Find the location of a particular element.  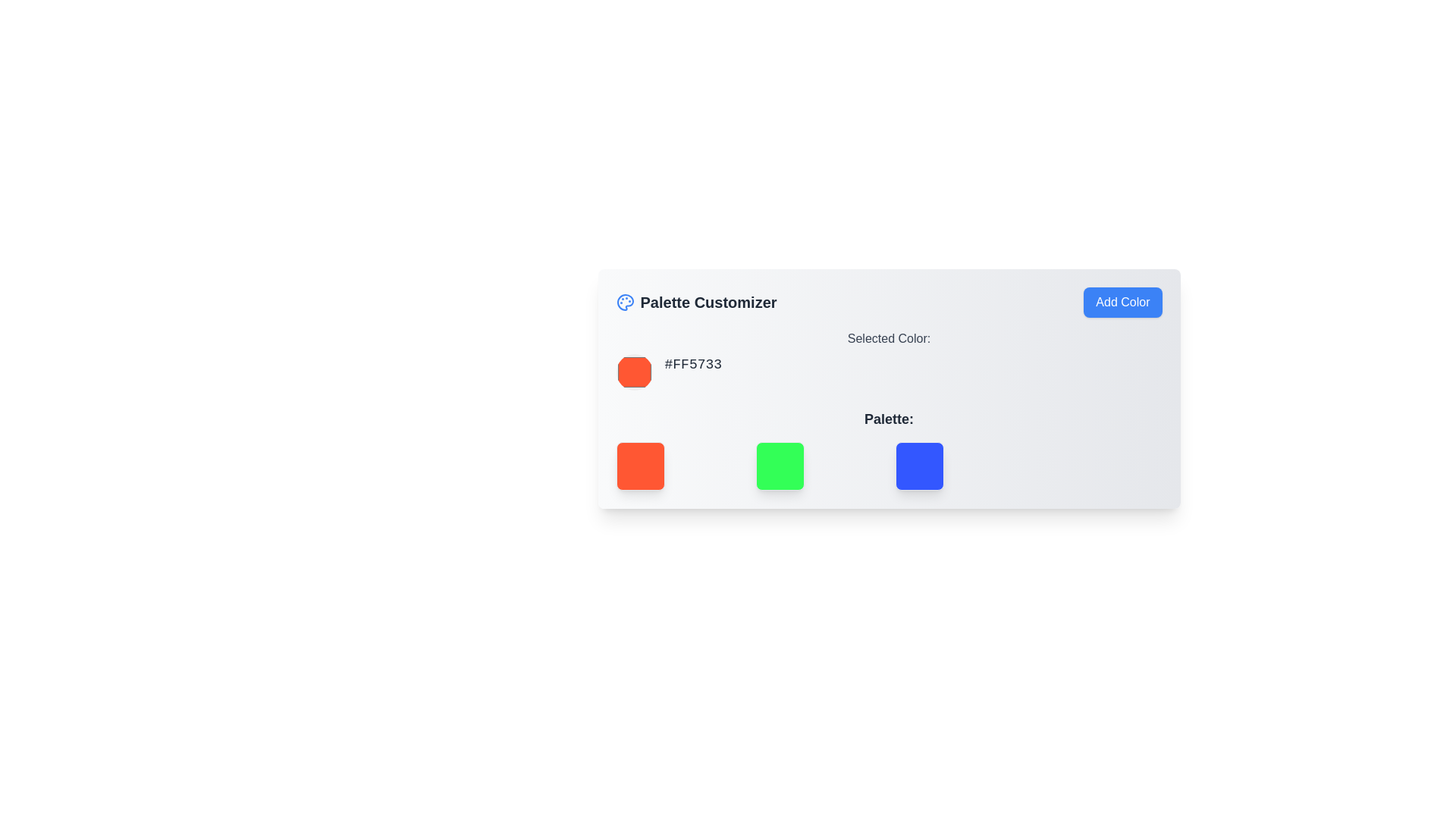

the color indicator and selector button located at the extreme left of the 'Palette Customizer' section is located at coordinates (634, 372).